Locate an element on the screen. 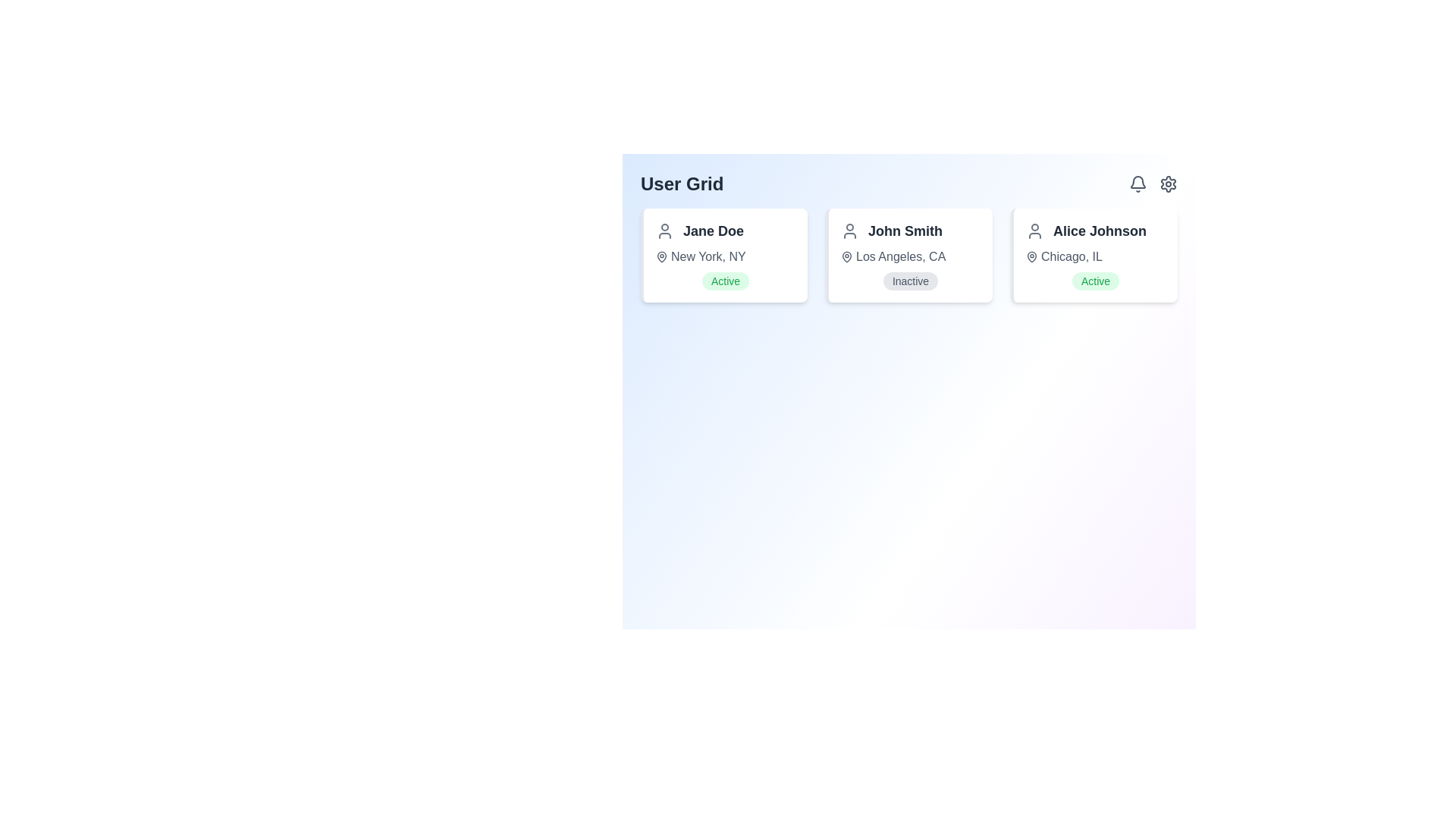 This screenshot has height=819, width=1456. the geographic location icon associated with user 'John Smith', which is positioned to the left of the text 'Los Angeles, CA' in the second user card of the user grid is located at coordinates (846, 256).